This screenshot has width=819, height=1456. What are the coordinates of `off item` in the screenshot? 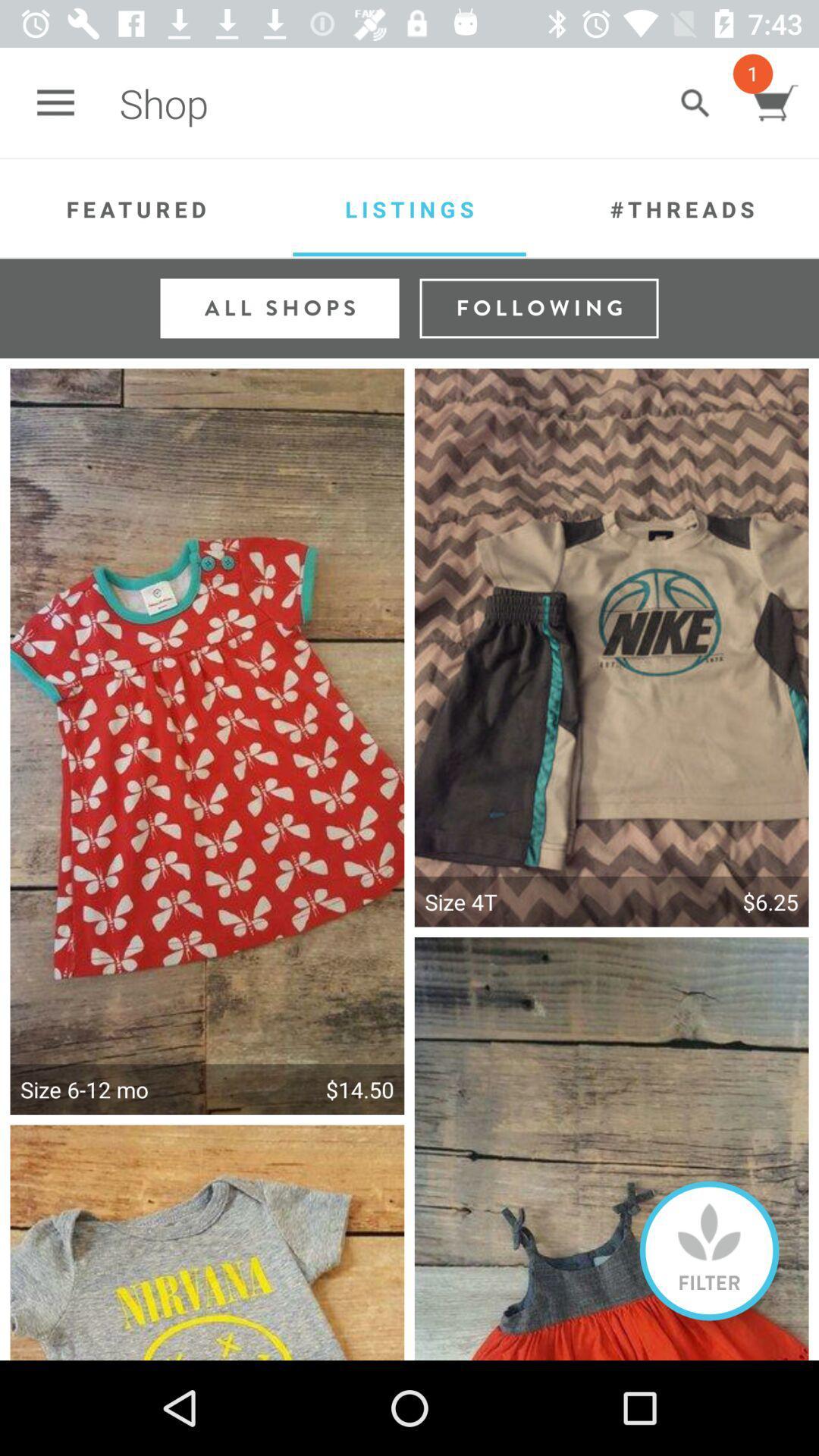 It's located at (709, 1250).